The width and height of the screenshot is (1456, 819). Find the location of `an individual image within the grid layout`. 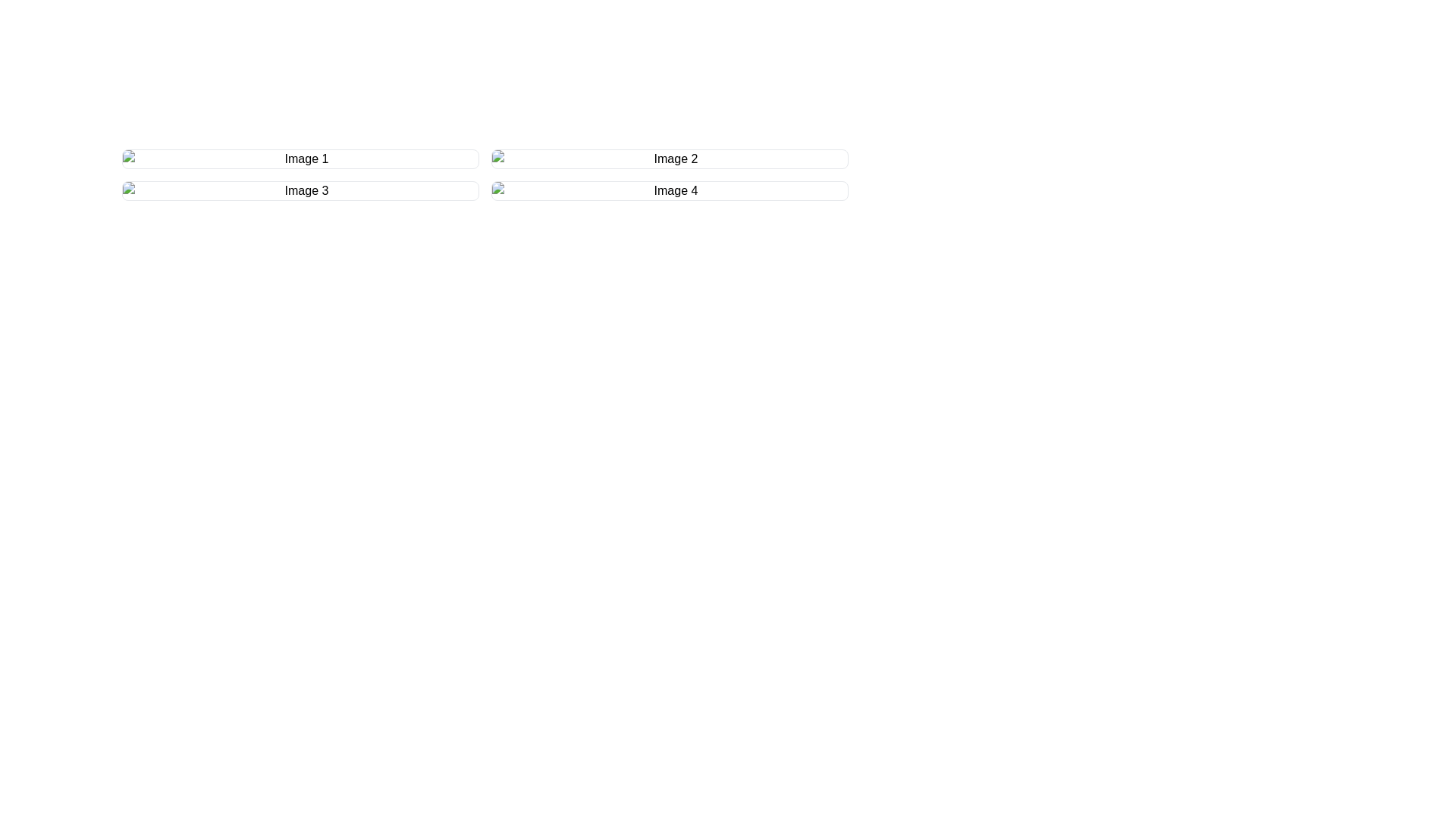

an individual image within the grid layout is located at coordinates (484, 174).